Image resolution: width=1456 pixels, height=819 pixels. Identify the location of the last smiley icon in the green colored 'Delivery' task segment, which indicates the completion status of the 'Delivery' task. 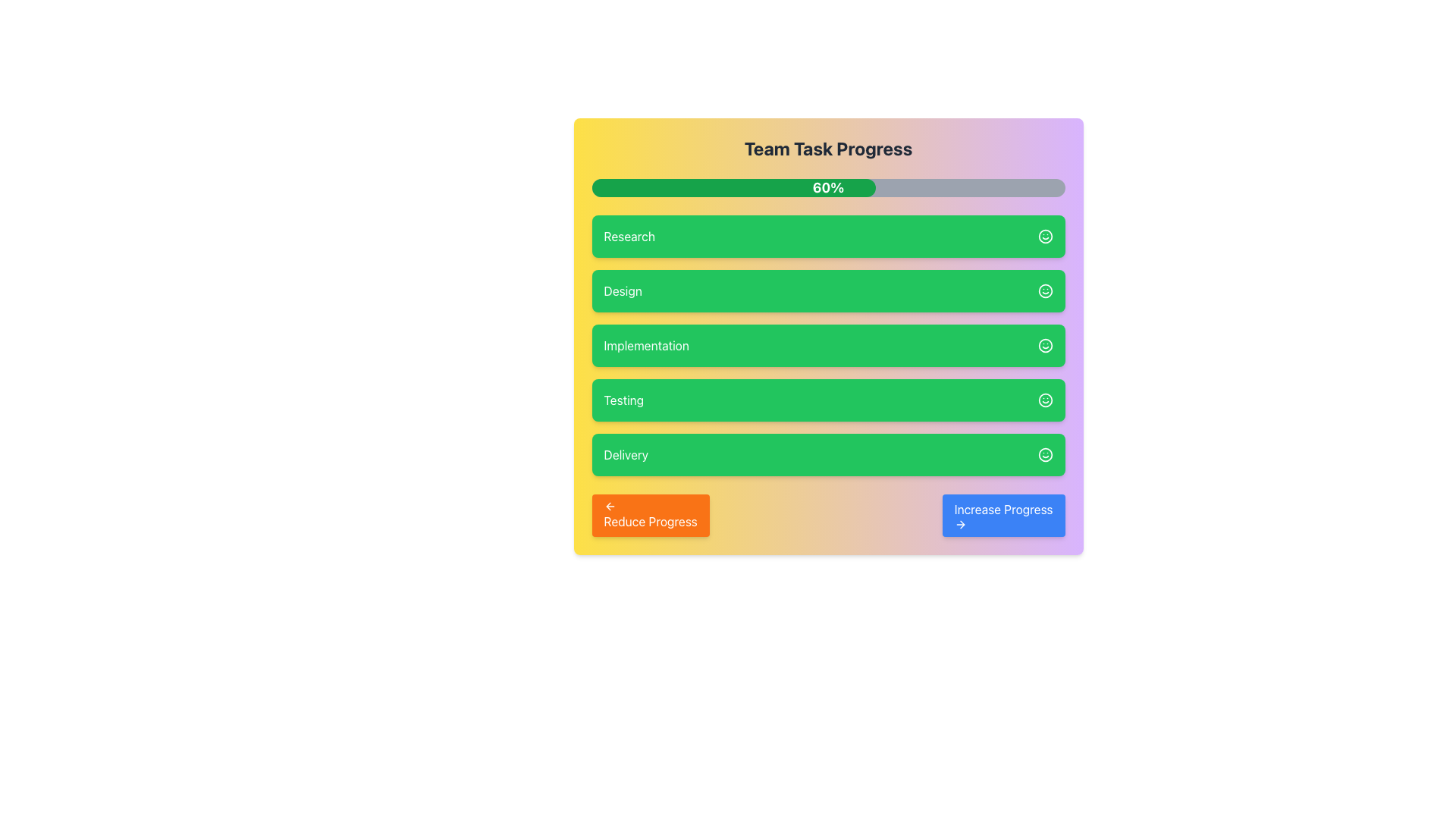
(1044, 454).